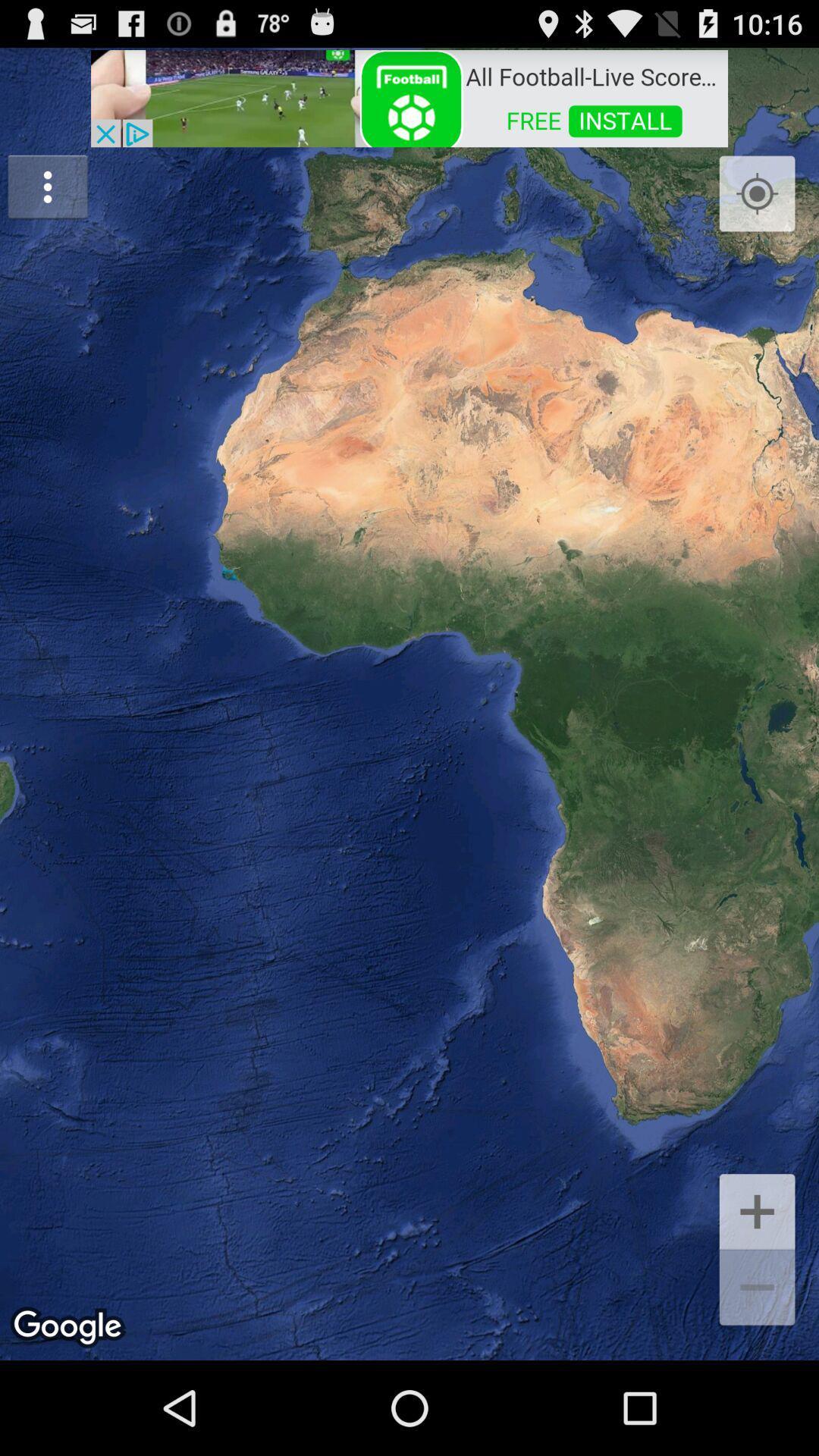 The height and width of the screenshot is (1456, 819). What do you see at coordinates (409, 96) in the screenshot?
I see `item at the top` at bounding box center [409, 96].